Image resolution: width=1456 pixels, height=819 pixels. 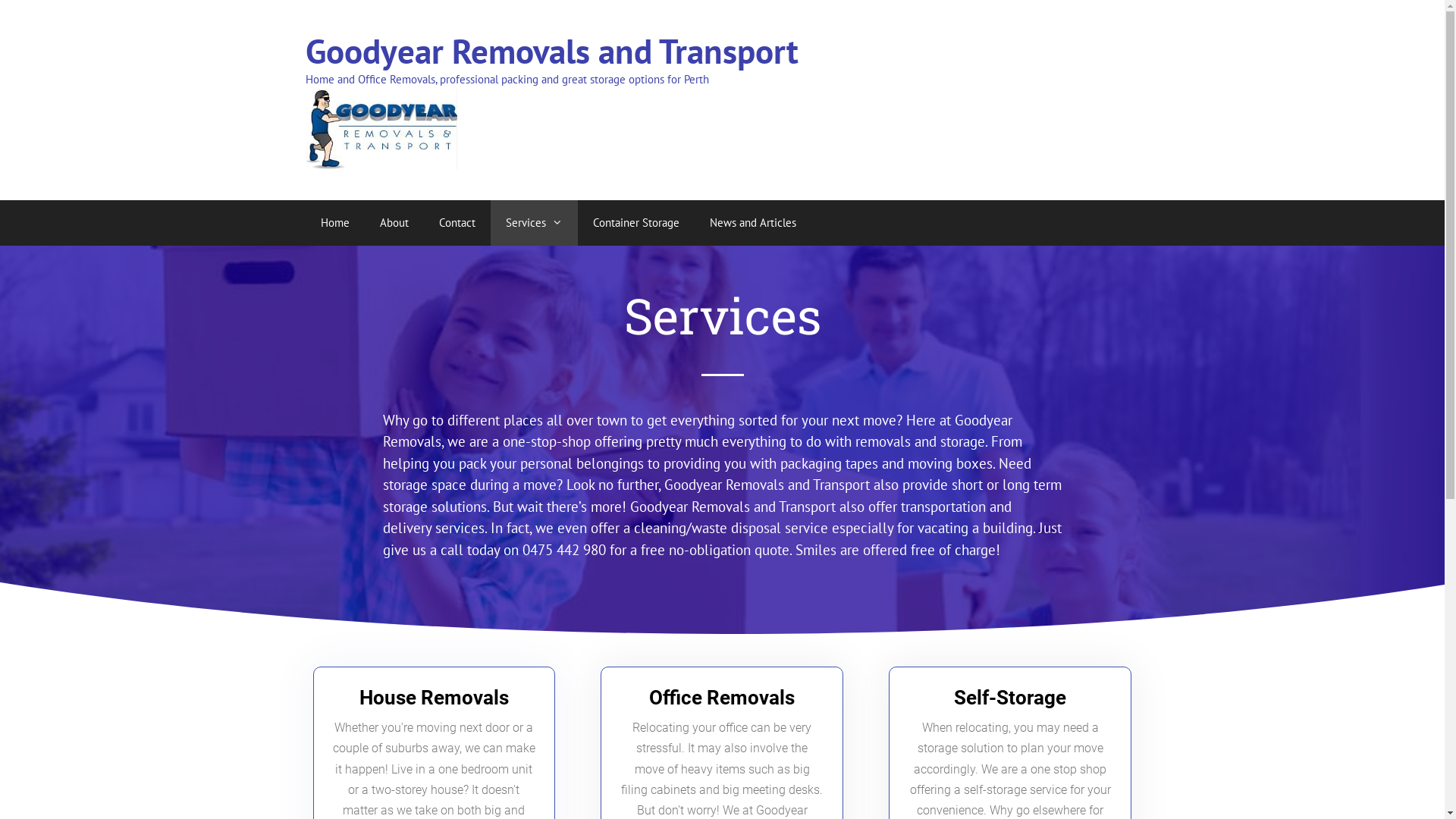 I want to click on 'News and Articles', so click(x=694, y=222).